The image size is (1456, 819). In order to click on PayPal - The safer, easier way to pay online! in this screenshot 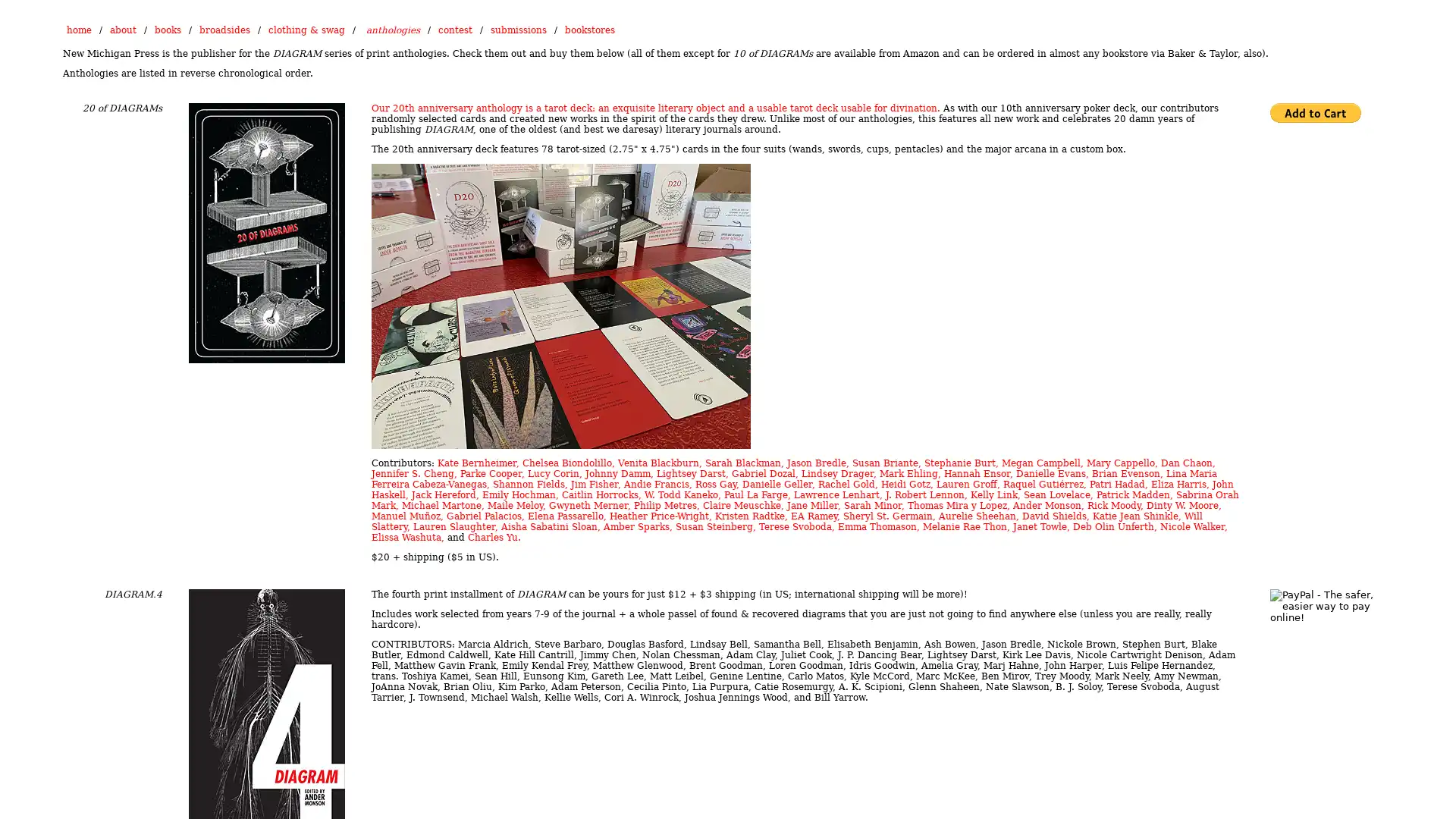, I will do `click(1323, 605)`.